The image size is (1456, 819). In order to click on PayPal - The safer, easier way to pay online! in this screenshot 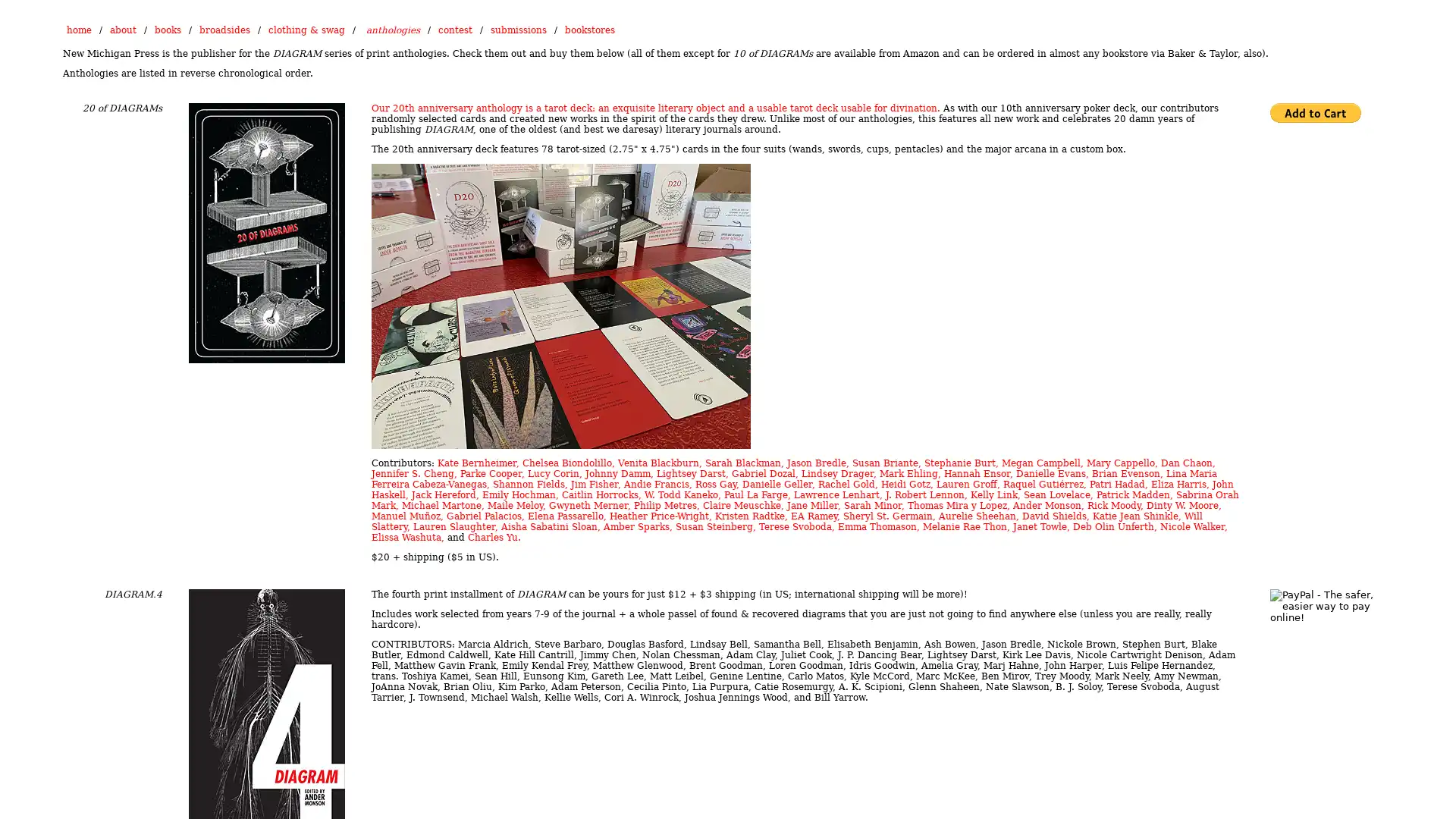, I will do `click(1323, 605)`.